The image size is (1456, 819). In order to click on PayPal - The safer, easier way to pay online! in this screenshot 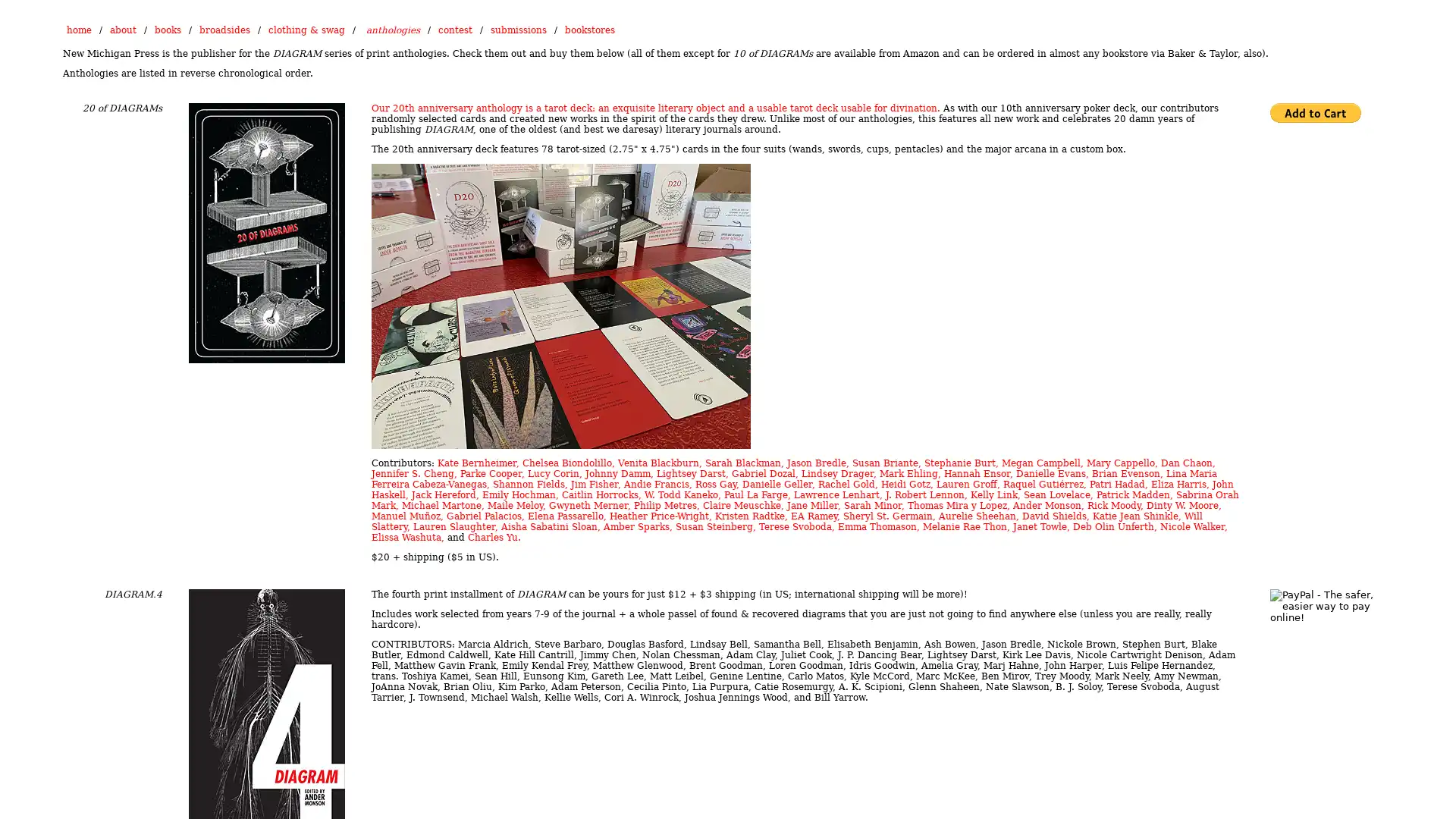, I will do `click(1323, 605)`.